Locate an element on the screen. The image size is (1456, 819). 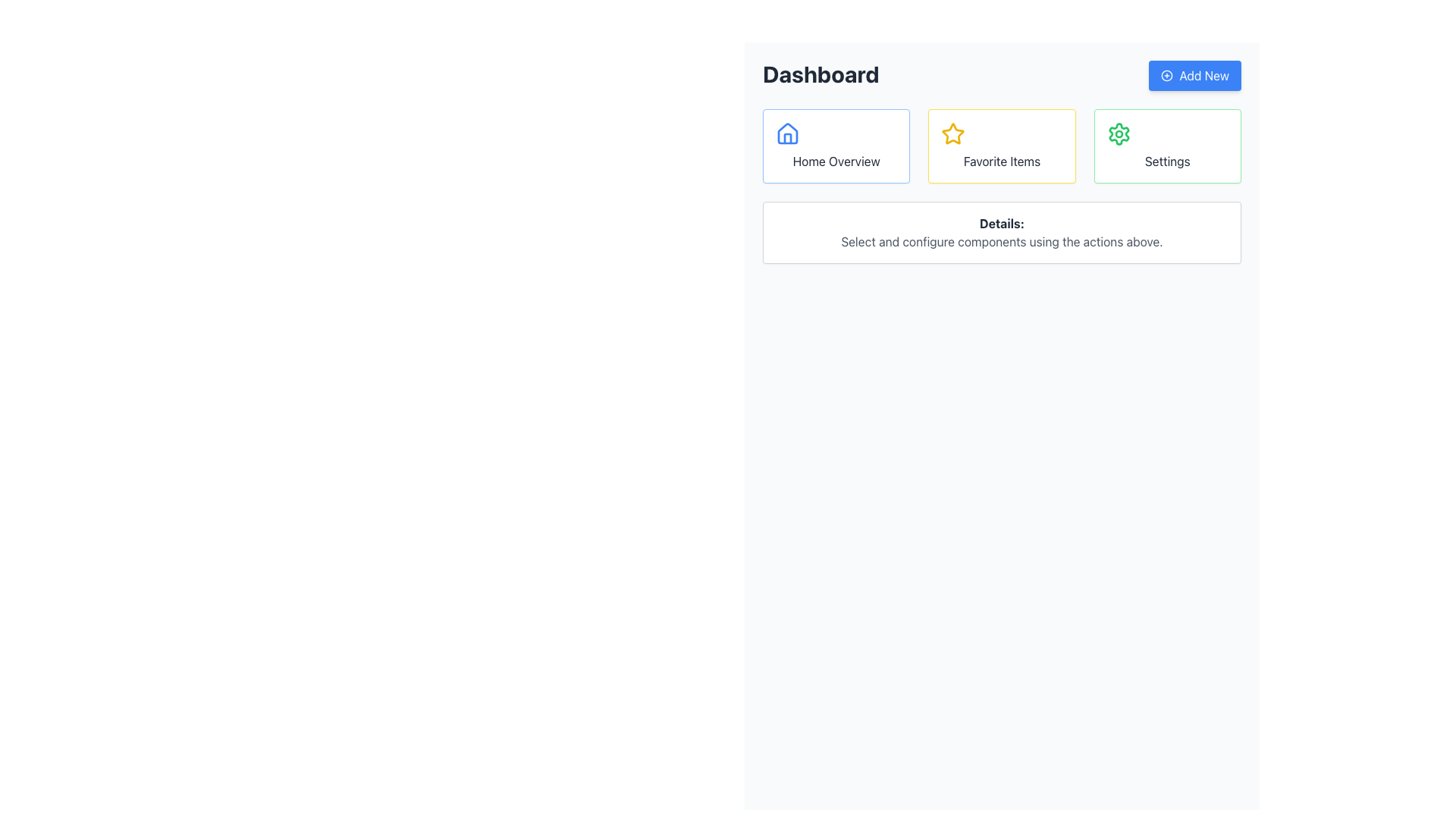
the static instructional text located directly below the bolded 'Details:' text in the central section of the interface is located at coordinates (1002, 241).